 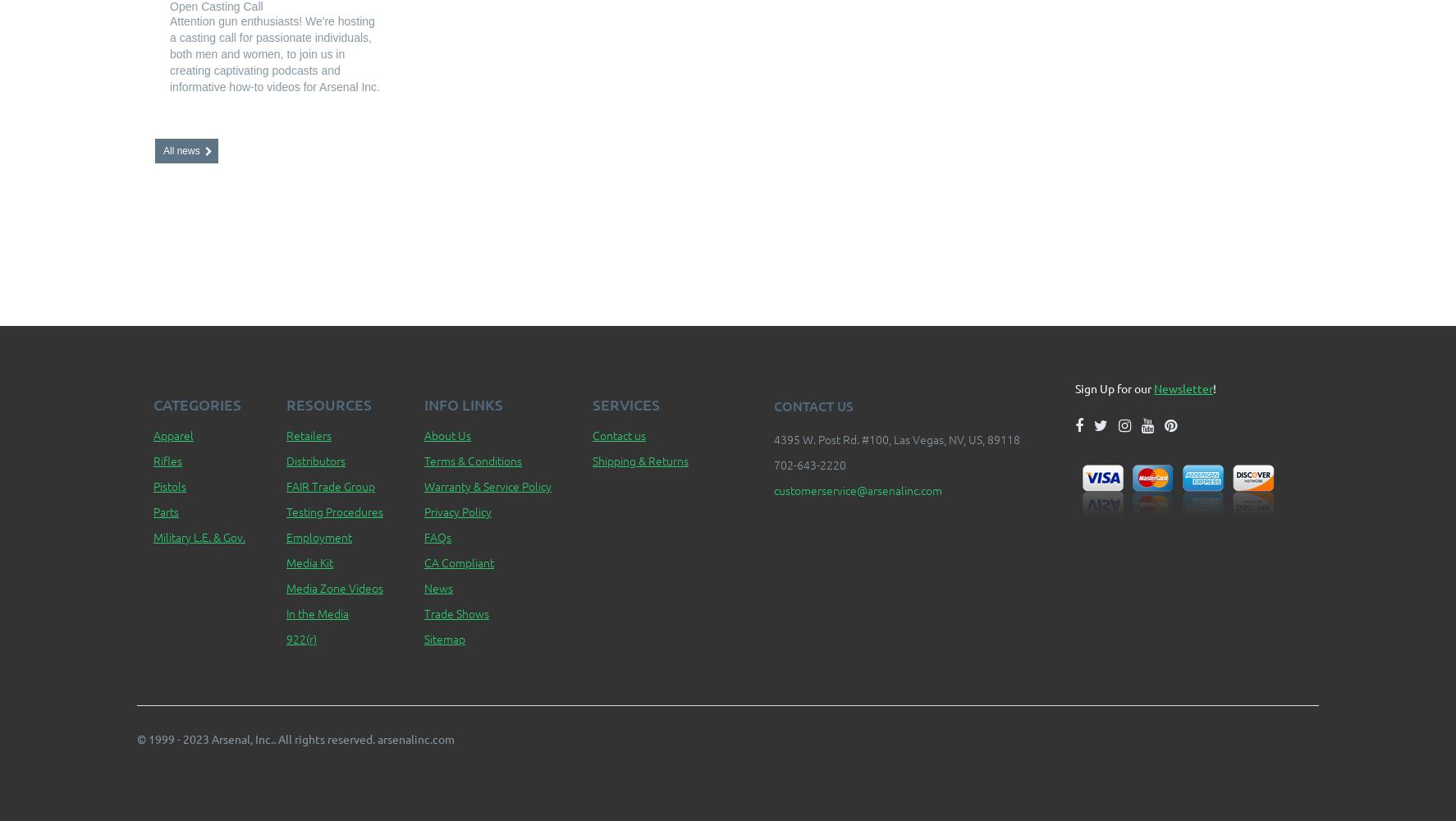 What do you see at coordinates (456, 511) in the screenshot?
I see `'Privacy Policy'` at bounding box center [456, 511].